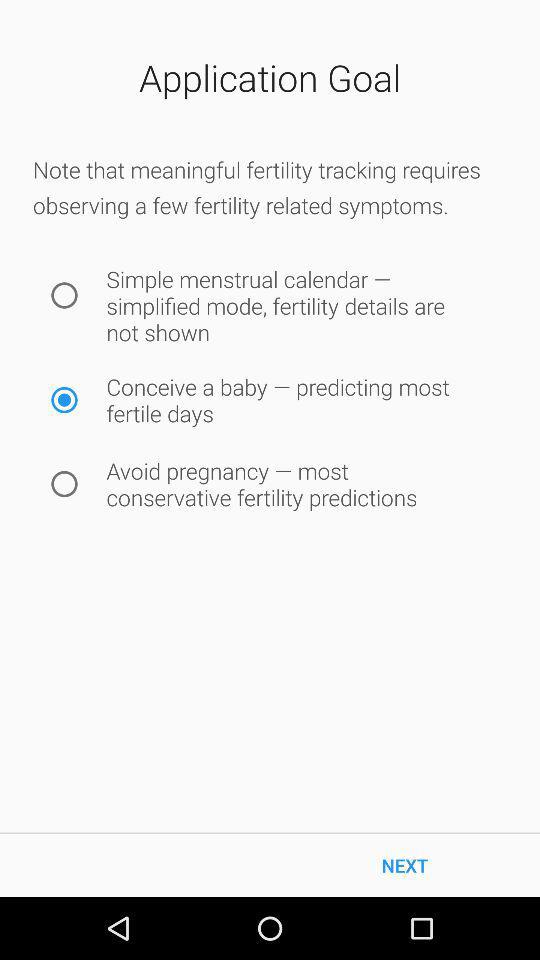  I want to click on choose this application goal, so click(64, 399).